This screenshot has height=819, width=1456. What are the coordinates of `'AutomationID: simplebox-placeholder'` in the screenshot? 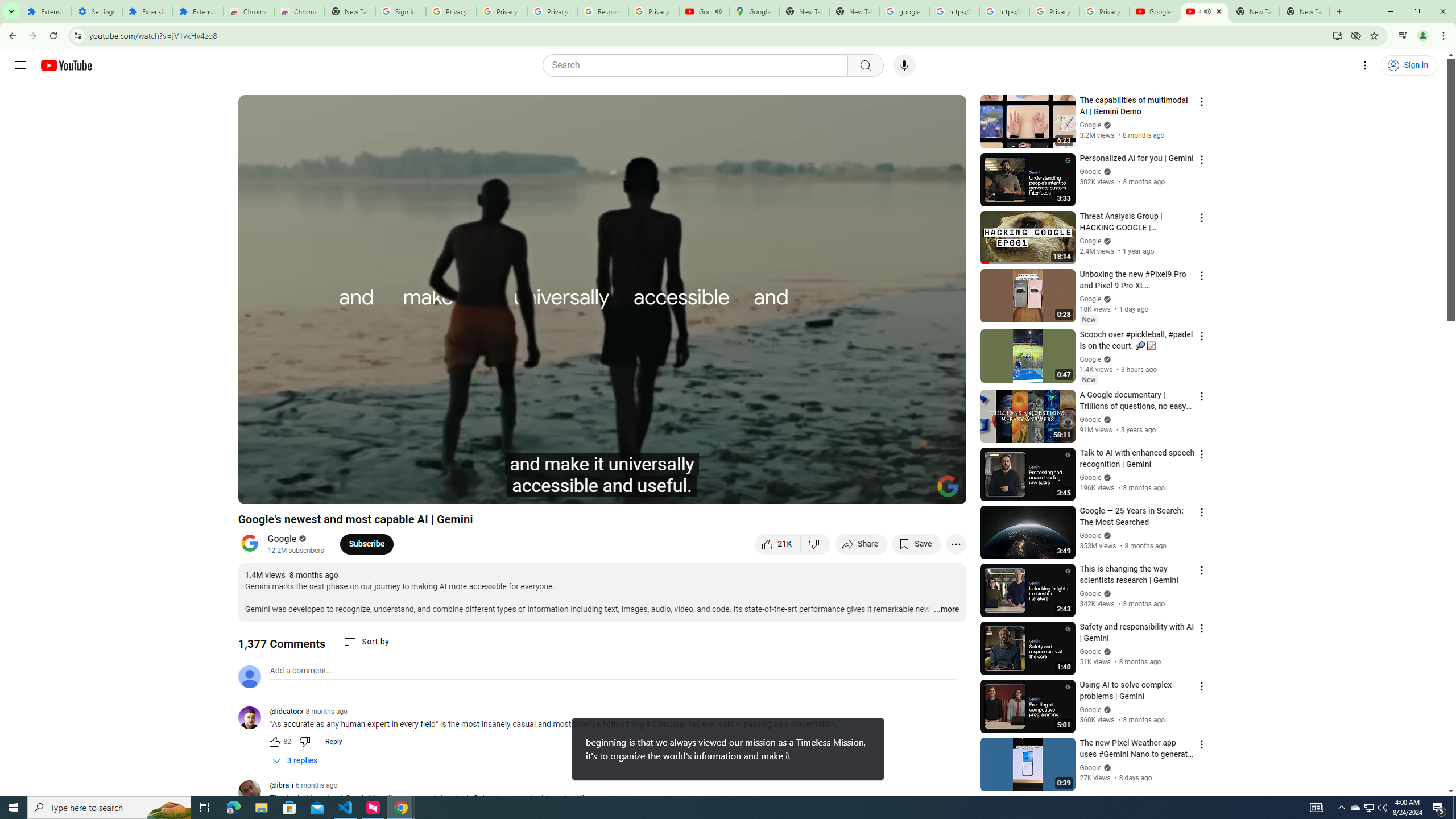 It's located at (301, 671).